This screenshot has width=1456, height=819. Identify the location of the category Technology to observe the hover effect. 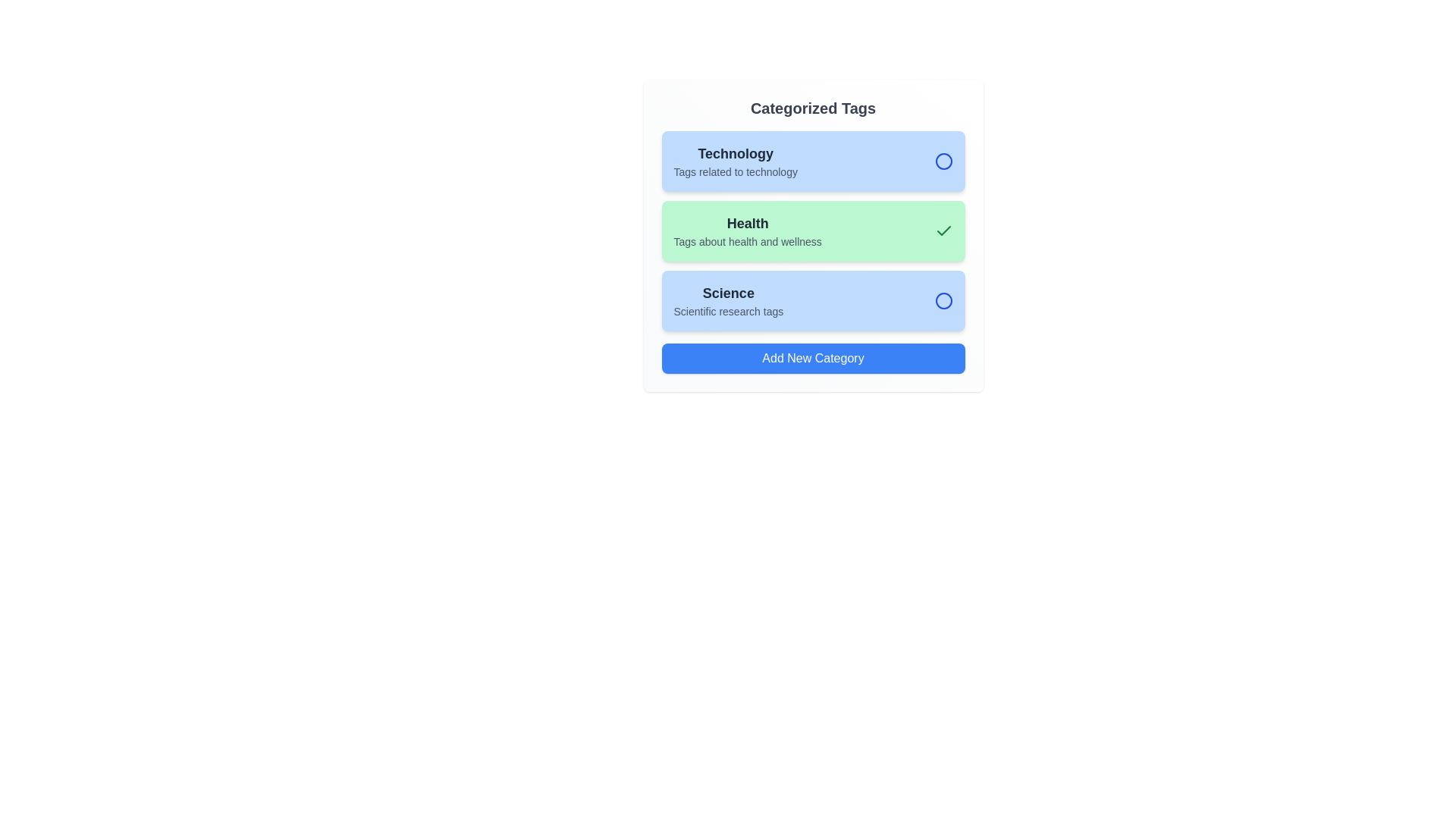
(812, 161).